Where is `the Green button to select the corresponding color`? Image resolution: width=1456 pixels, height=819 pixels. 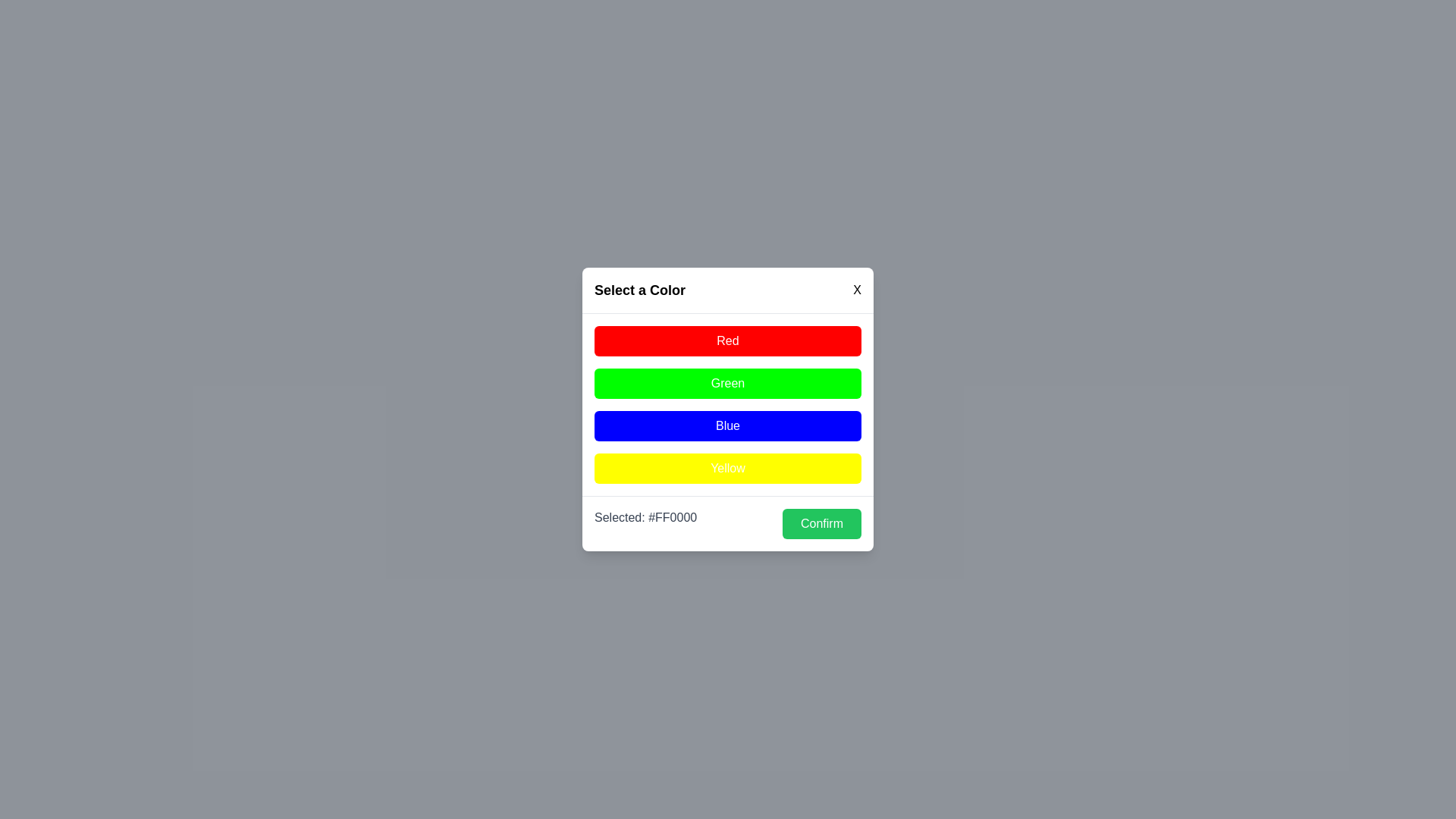 the Green button to select the corresponding color is located at coordinates (728, 382).